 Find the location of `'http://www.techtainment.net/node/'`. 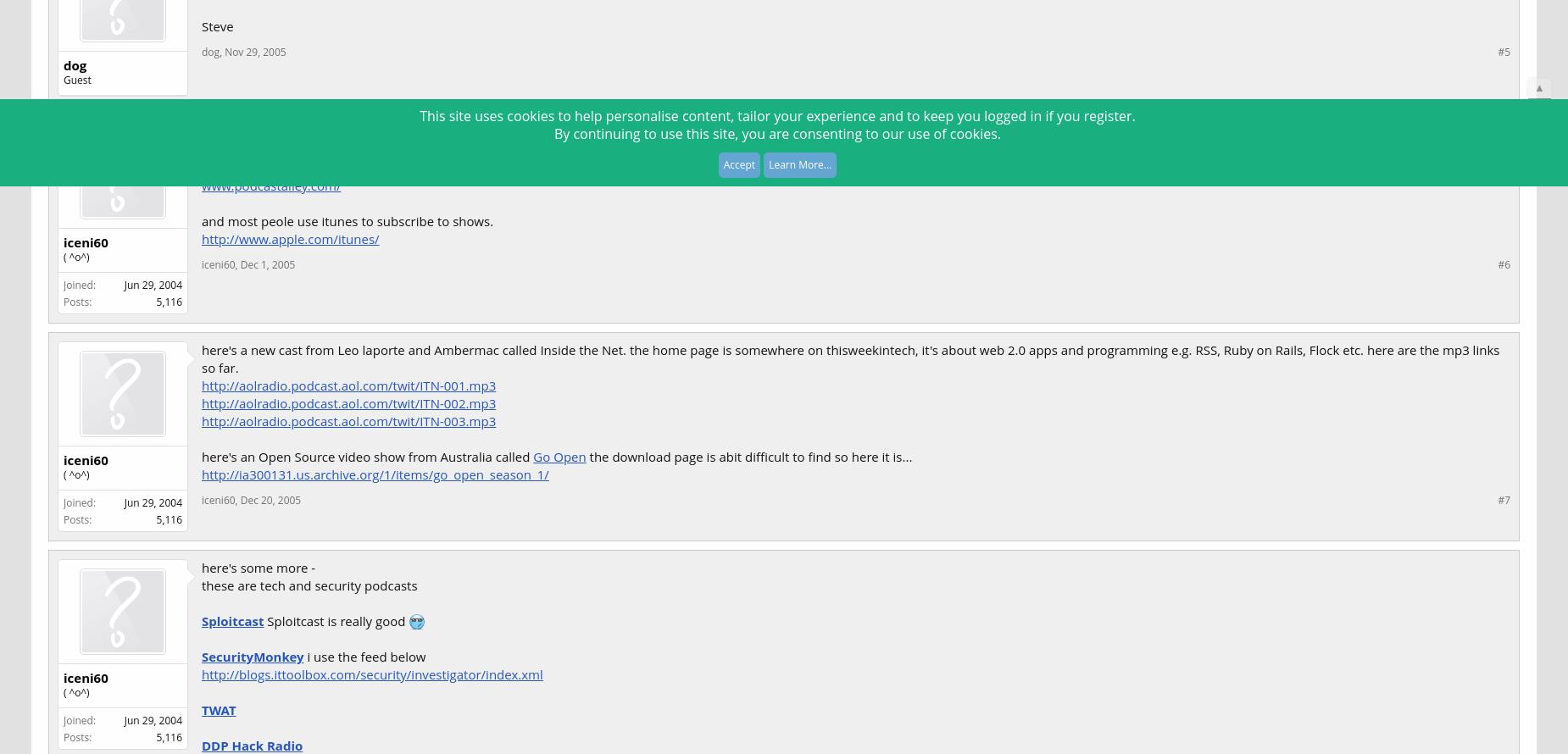

'http://www.techtainment.net/node/' is located at coordinates (306, 149).